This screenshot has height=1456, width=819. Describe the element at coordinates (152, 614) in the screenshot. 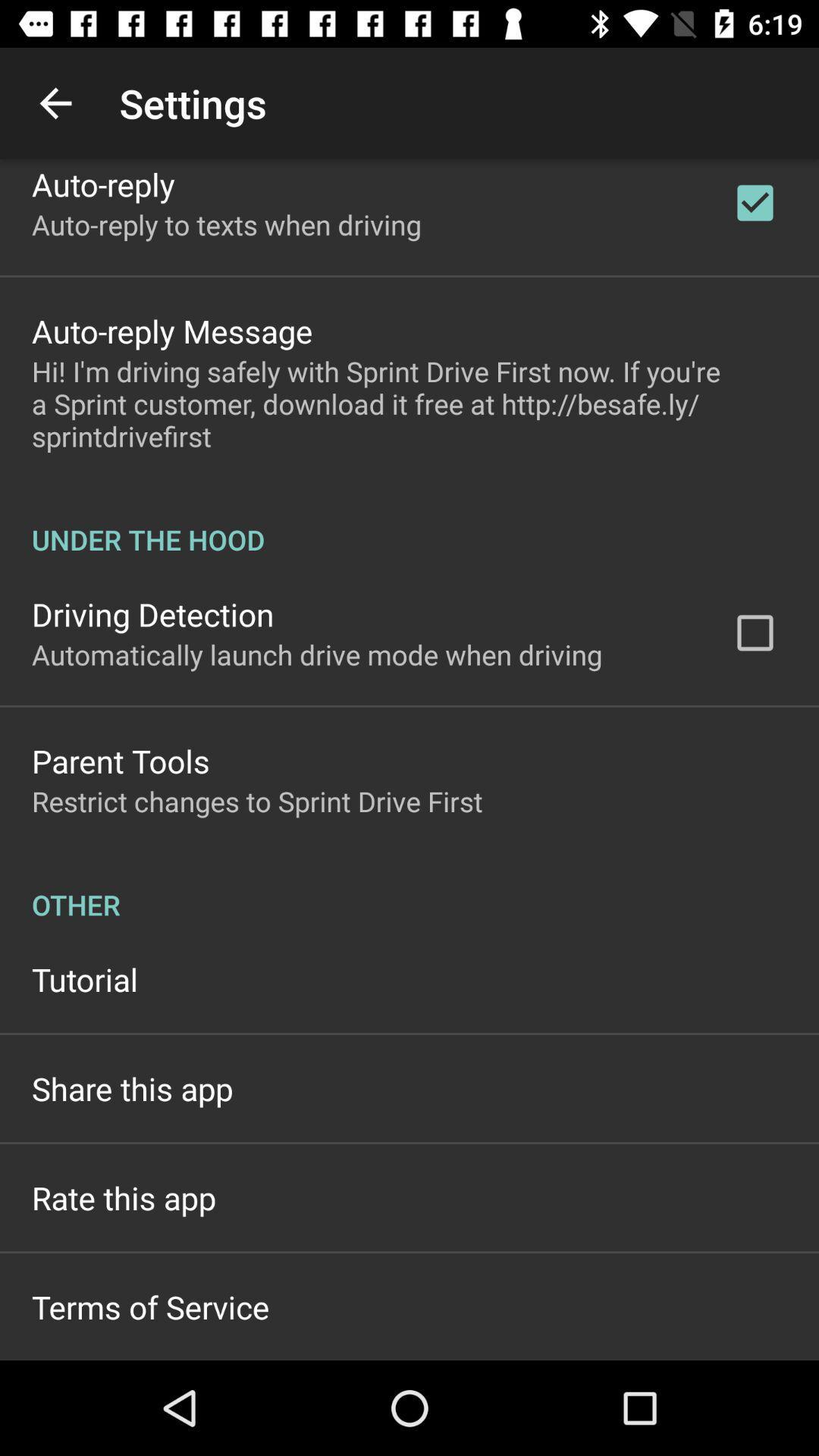

I see `the item above automatically launch drive item` at that location.